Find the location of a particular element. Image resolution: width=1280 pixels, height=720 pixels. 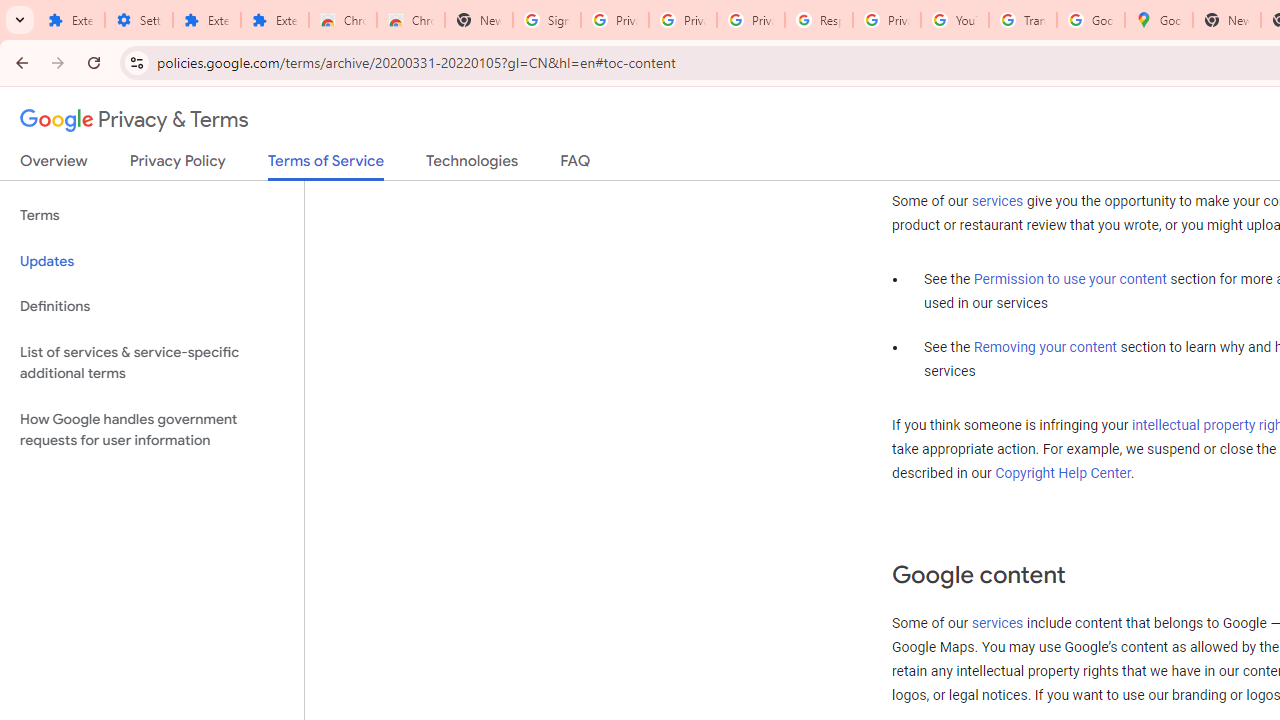

'How Google handles government requests for user information' is located at coordinates (151, 428).